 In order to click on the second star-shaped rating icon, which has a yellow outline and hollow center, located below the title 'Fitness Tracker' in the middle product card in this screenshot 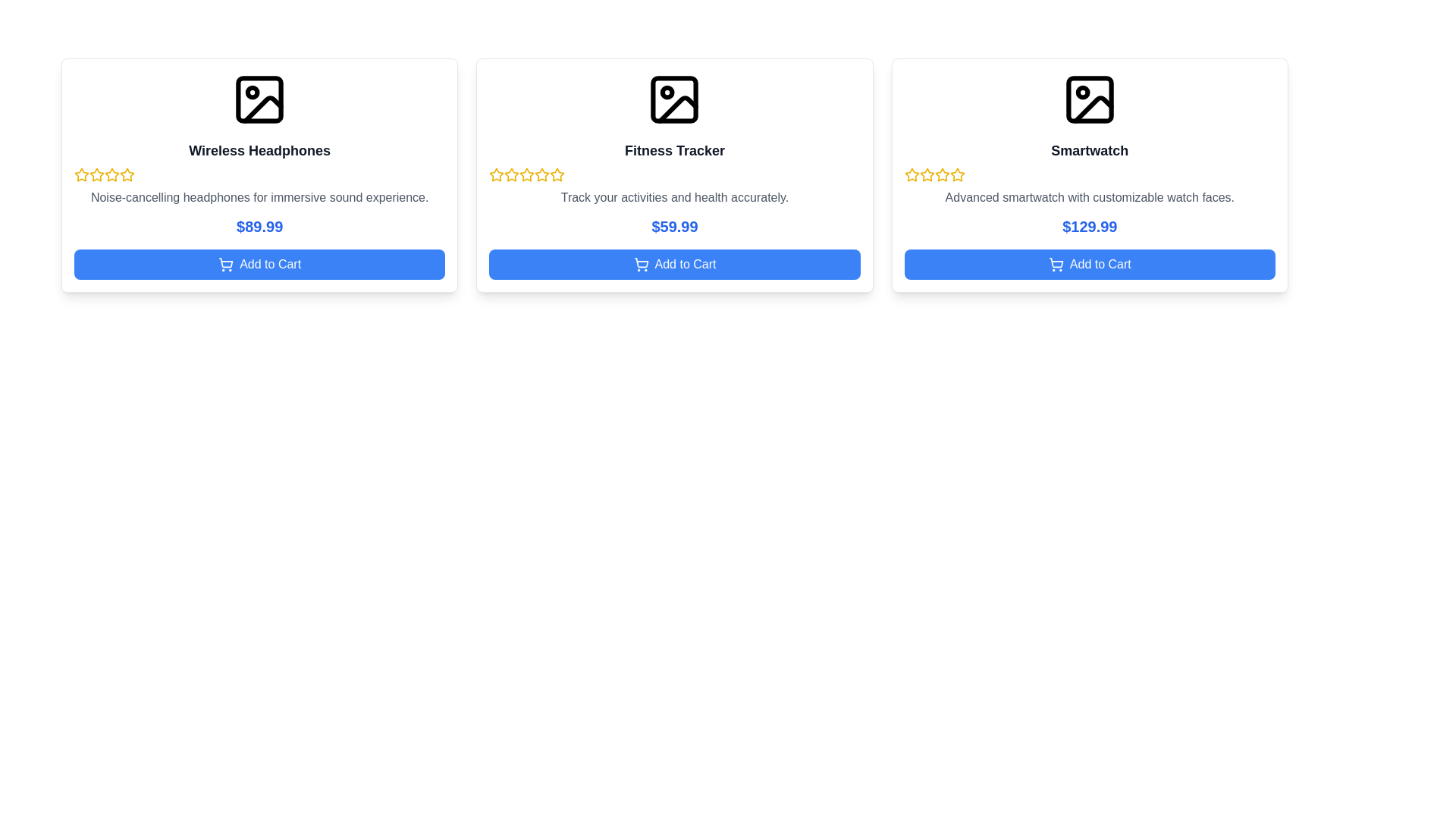, I will do `click(512, 174)`.